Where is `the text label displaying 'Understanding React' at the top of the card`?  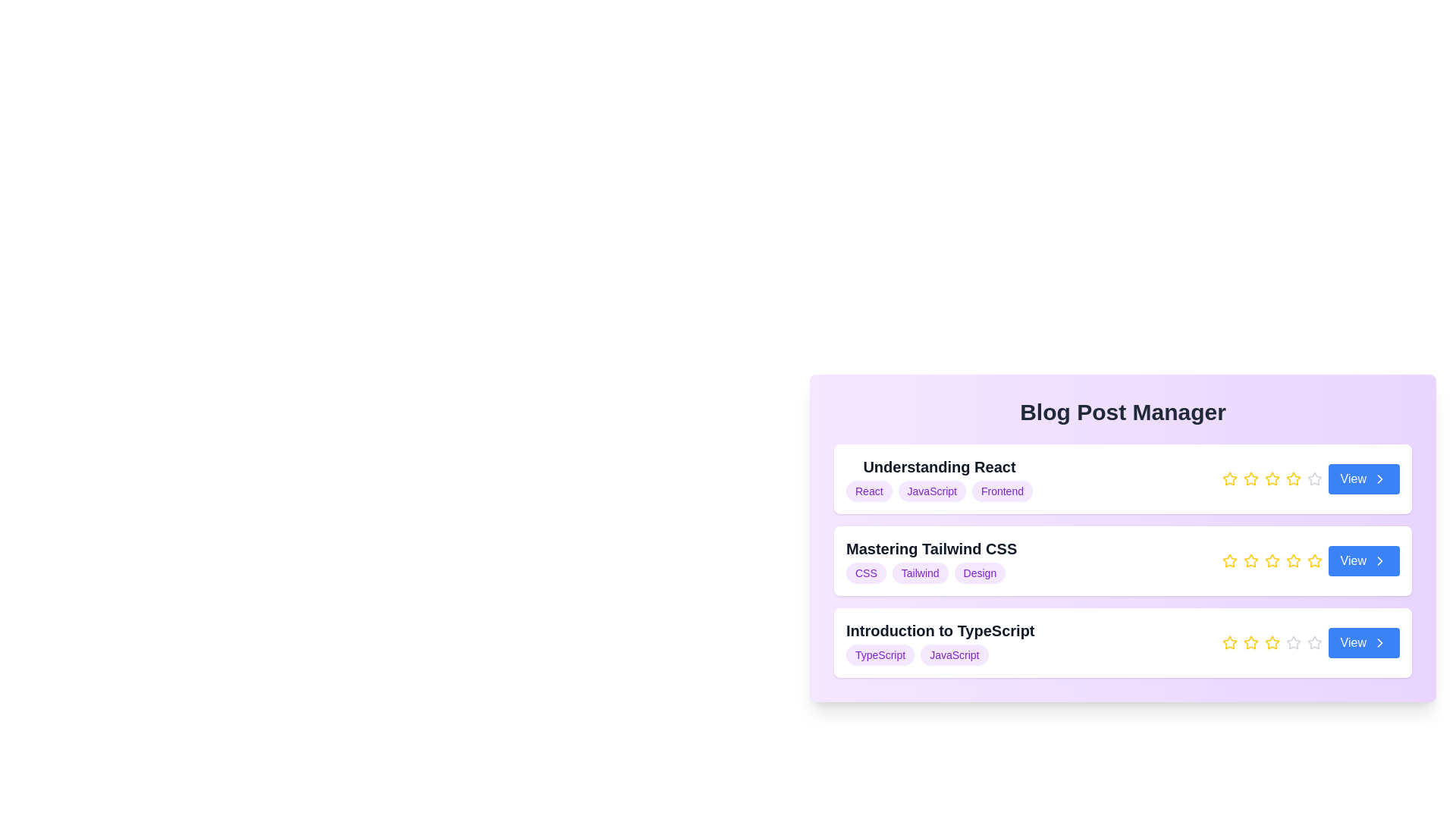
the text label displaying 'Understanding React' at the top of the card is located at coordinates (938, 466).